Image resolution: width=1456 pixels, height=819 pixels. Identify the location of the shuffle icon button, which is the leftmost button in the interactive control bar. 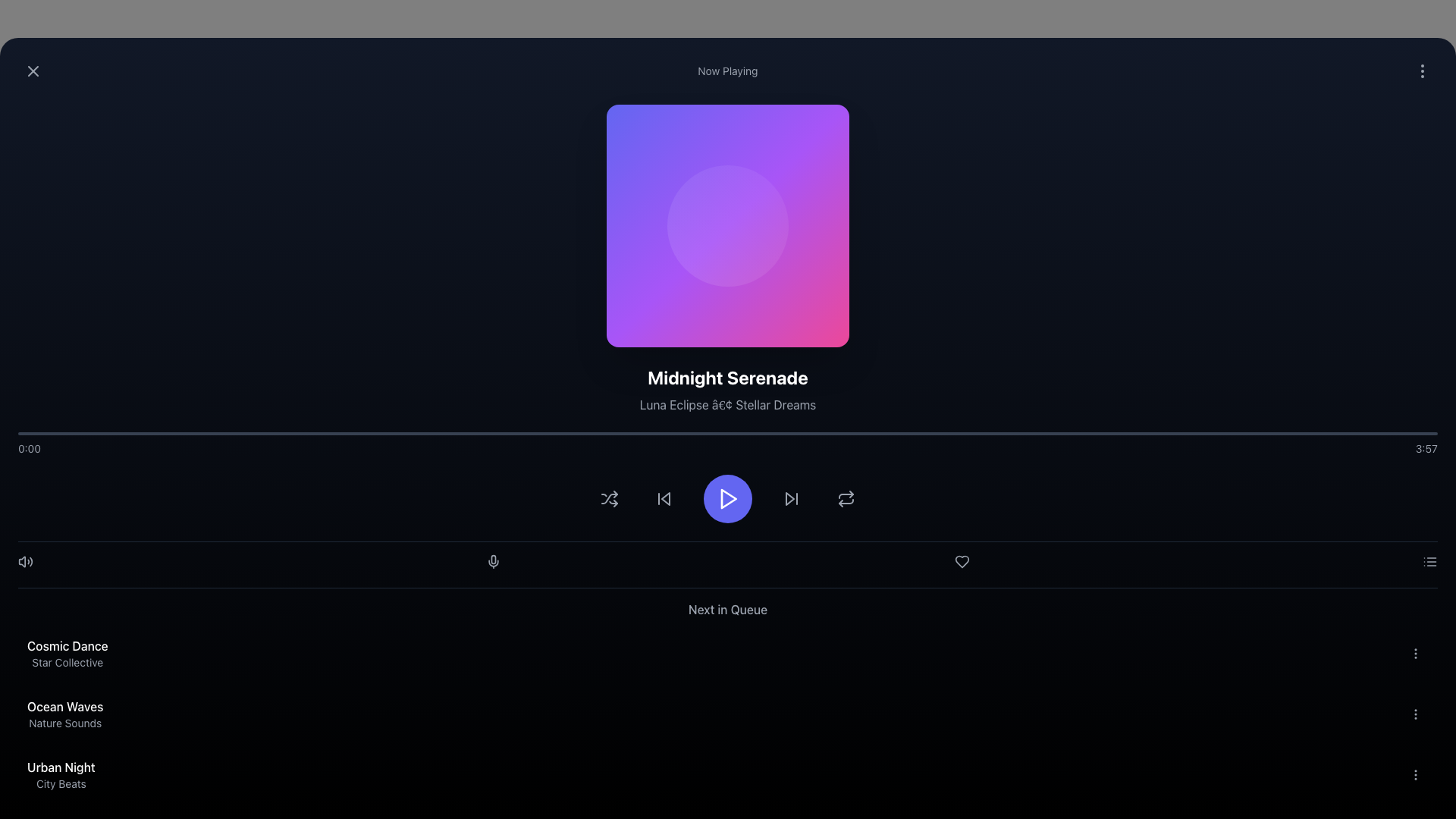
(610, 499).